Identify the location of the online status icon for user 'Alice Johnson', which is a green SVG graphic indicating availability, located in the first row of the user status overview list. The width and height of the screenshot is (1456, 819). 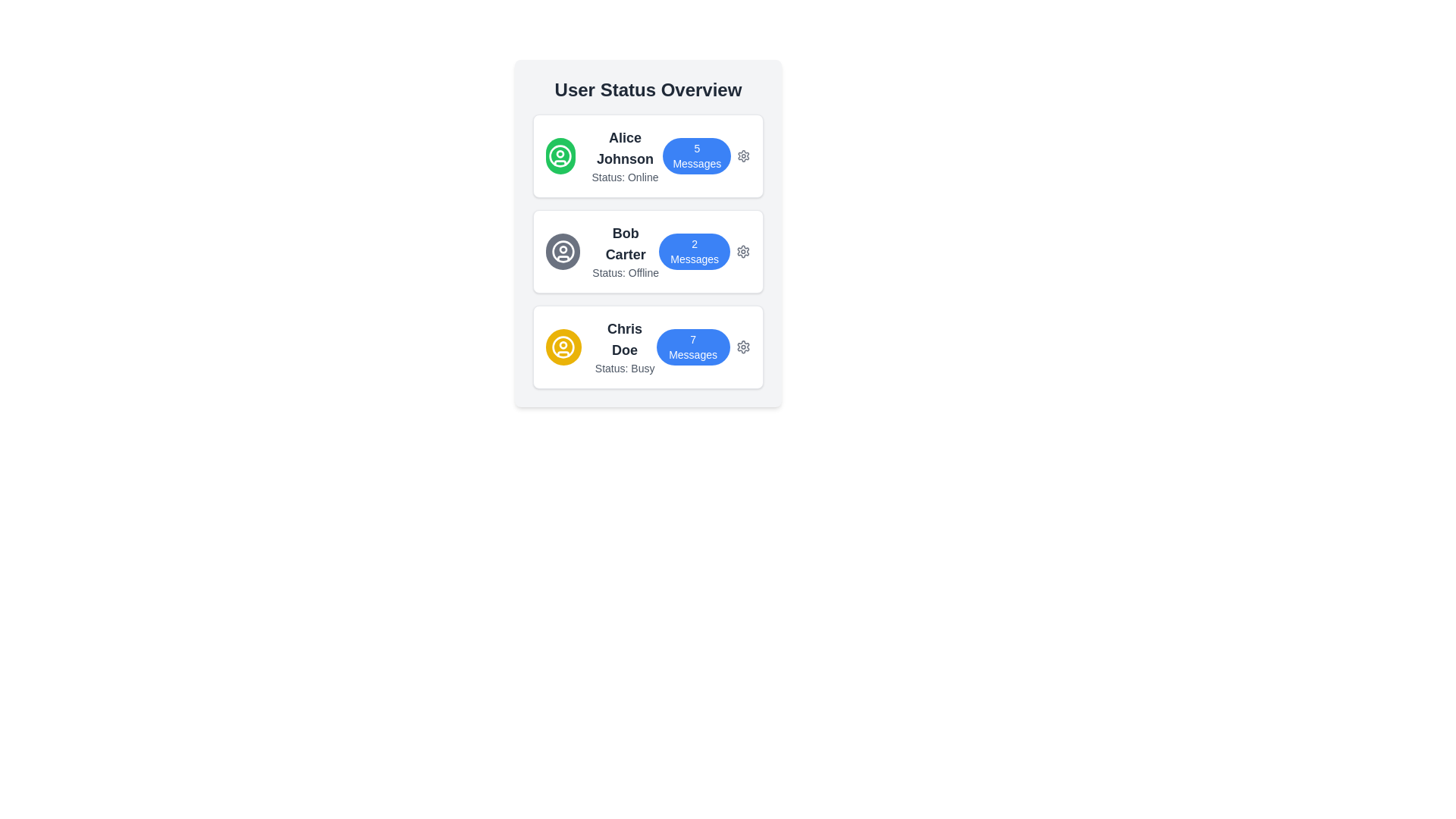
(560, 155).